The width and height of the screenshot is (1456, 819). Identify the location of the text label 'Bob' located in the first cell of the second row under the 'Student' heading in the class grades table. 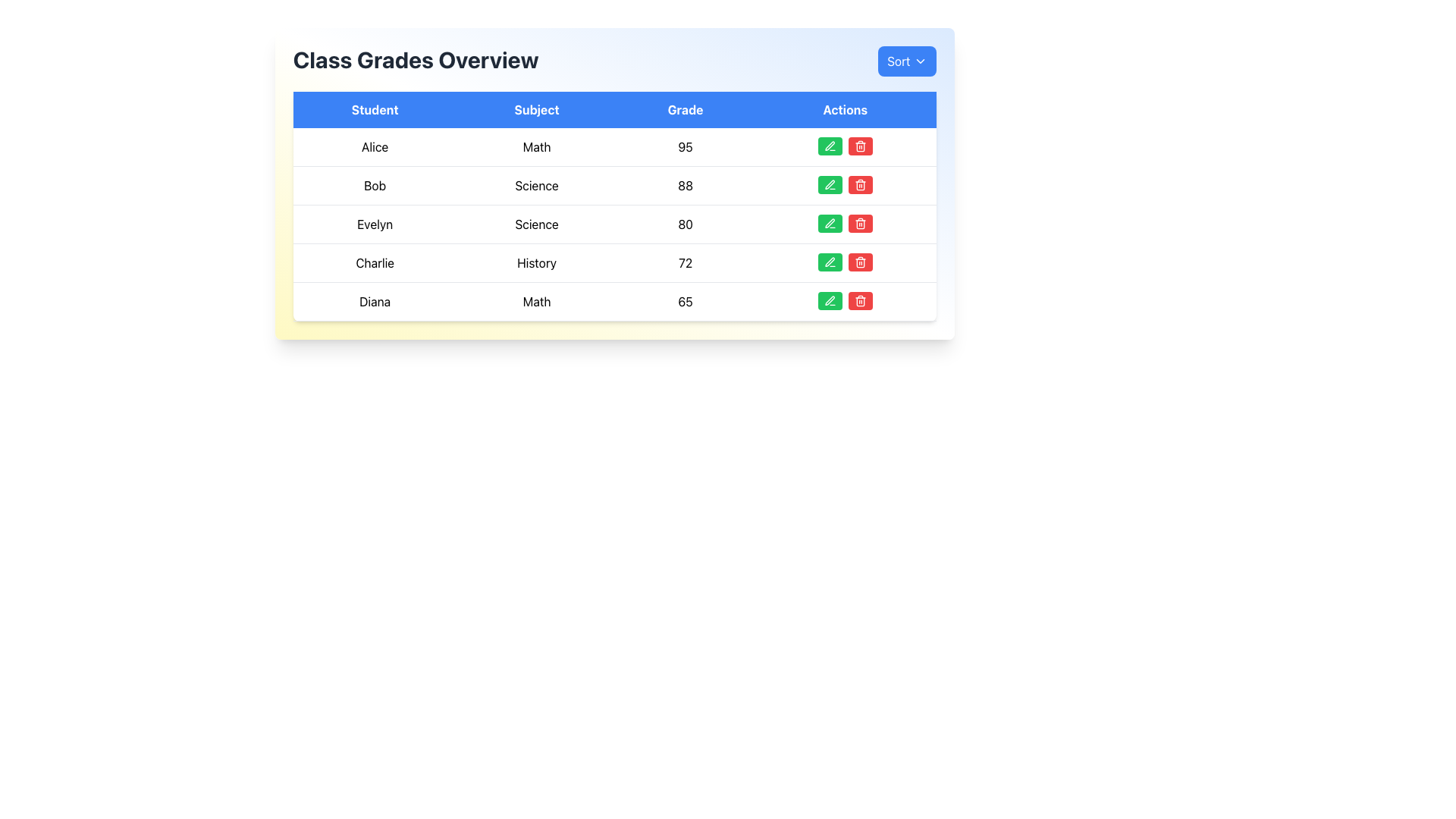
(375, 185).